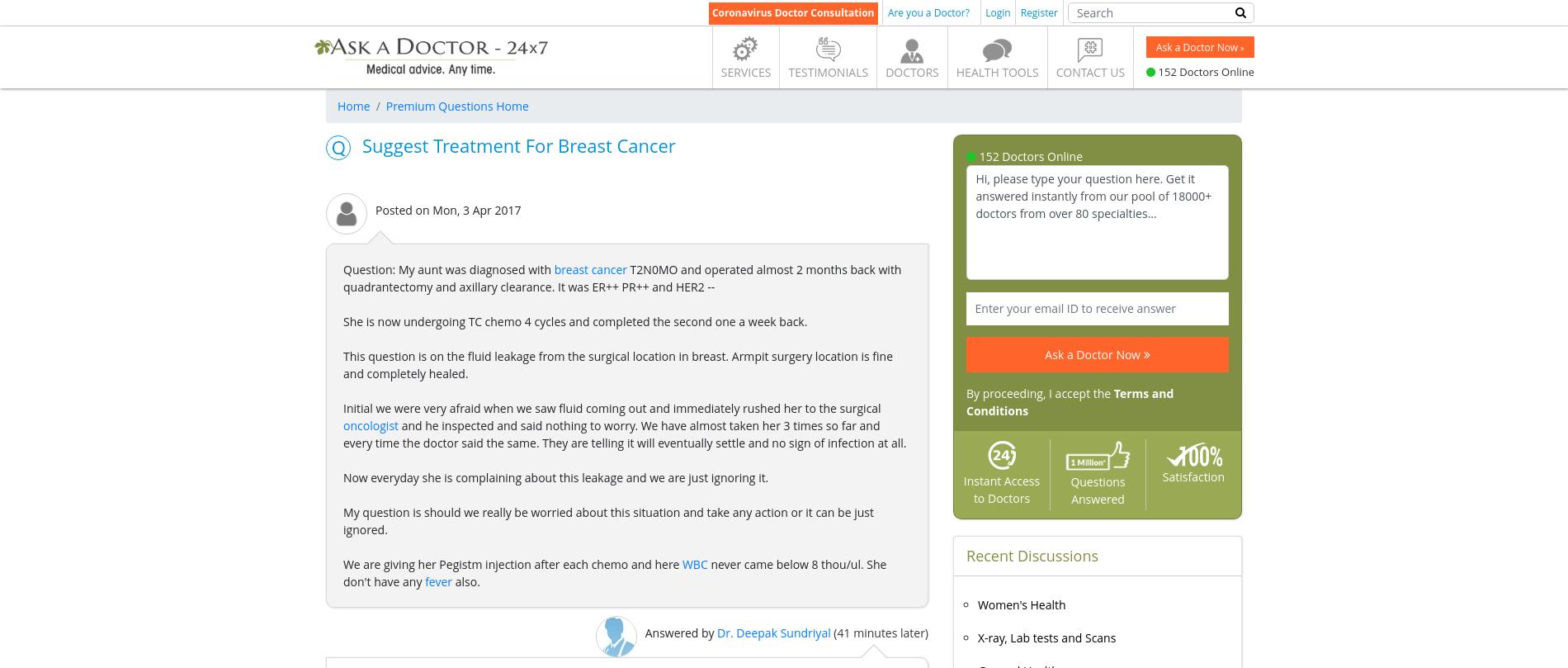 The height and width of the screenshot is (668, 1568). What do you see at coordinates (555, 477) in the screenshot?
I see `'Now everyday she is complaining about this leakage and we are just ignoring it.'` at bounding box center [555, 477].